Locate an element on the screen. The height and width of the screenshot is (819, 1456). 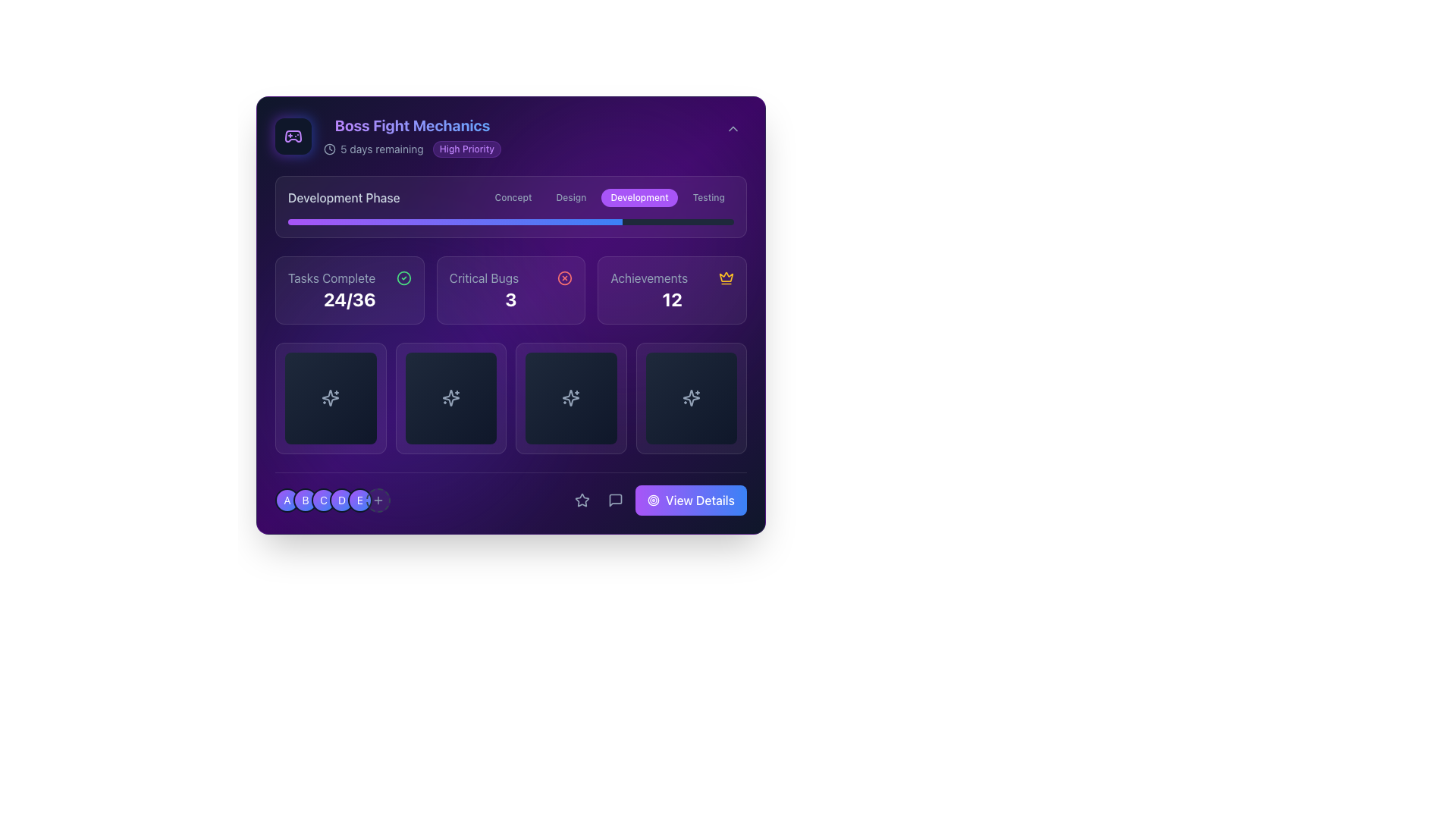
the second button in a group of five gradient-colored buttons located at the bottom of the card-like interface is located at coordinates (305, 500).